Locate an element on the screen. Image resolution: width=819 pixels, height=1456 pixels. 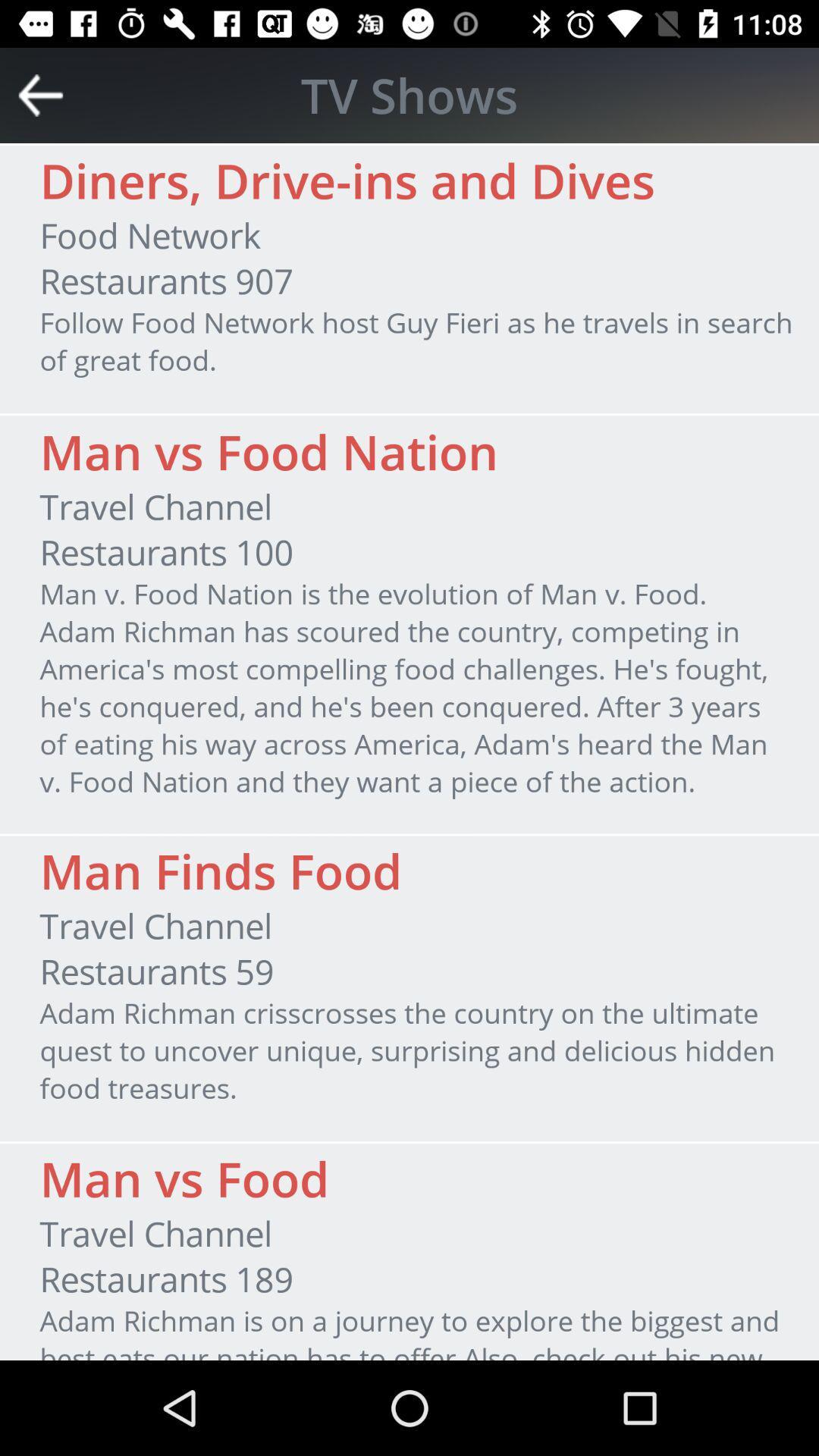
previous is located at coordinates (40, 94).